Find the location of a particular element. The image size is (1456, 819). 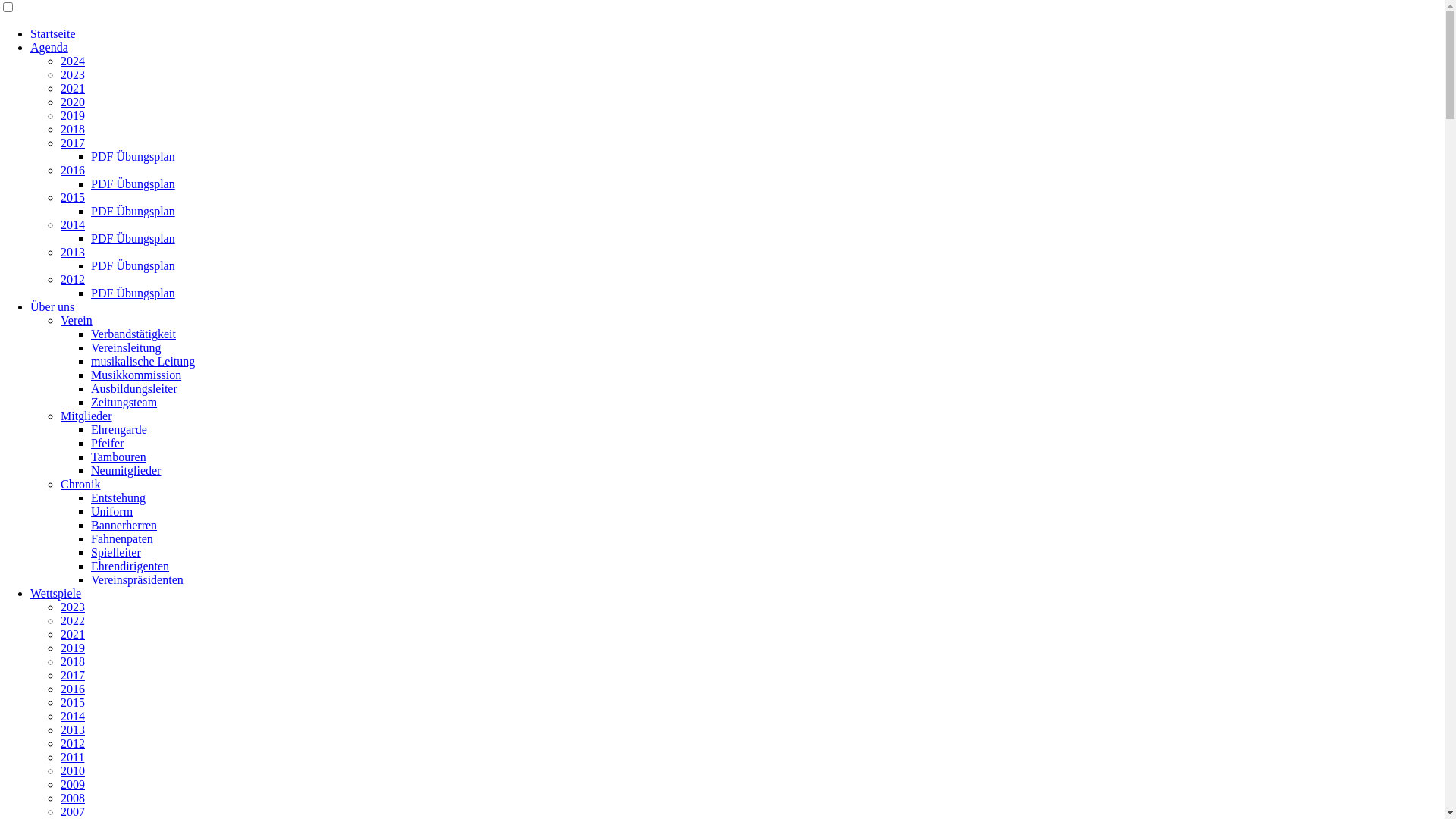

'Neumitglieder' is located at coordinates (126, 469).